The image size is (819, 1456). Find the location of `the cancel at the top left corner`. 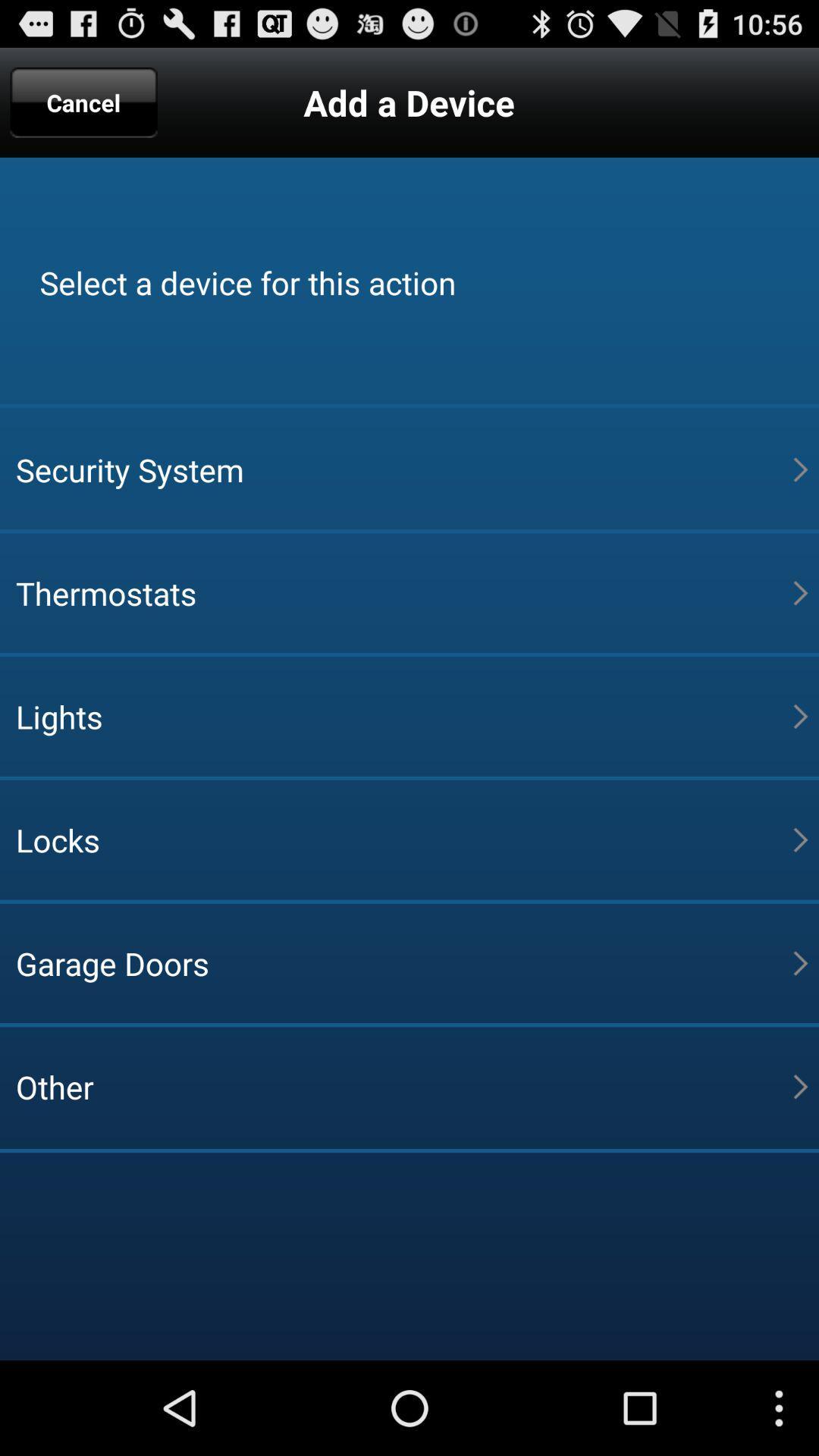

the cancel at the top left corner is located at coordinates (83, 102).